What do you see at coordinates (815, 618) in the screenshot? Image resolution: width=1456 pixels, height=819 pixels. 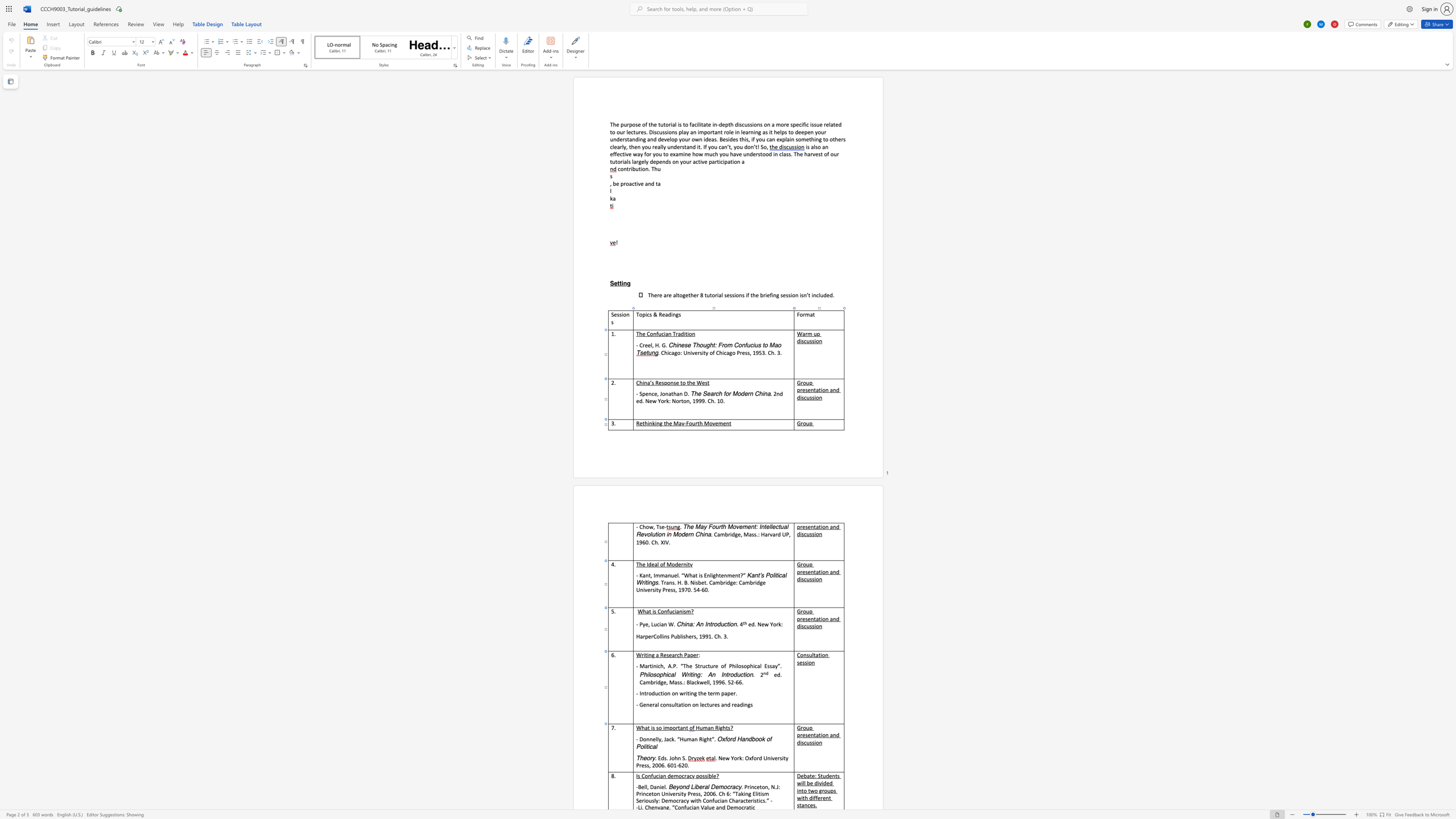 I see `the 1th character "t" in the text` at bounding box center [815, 618].